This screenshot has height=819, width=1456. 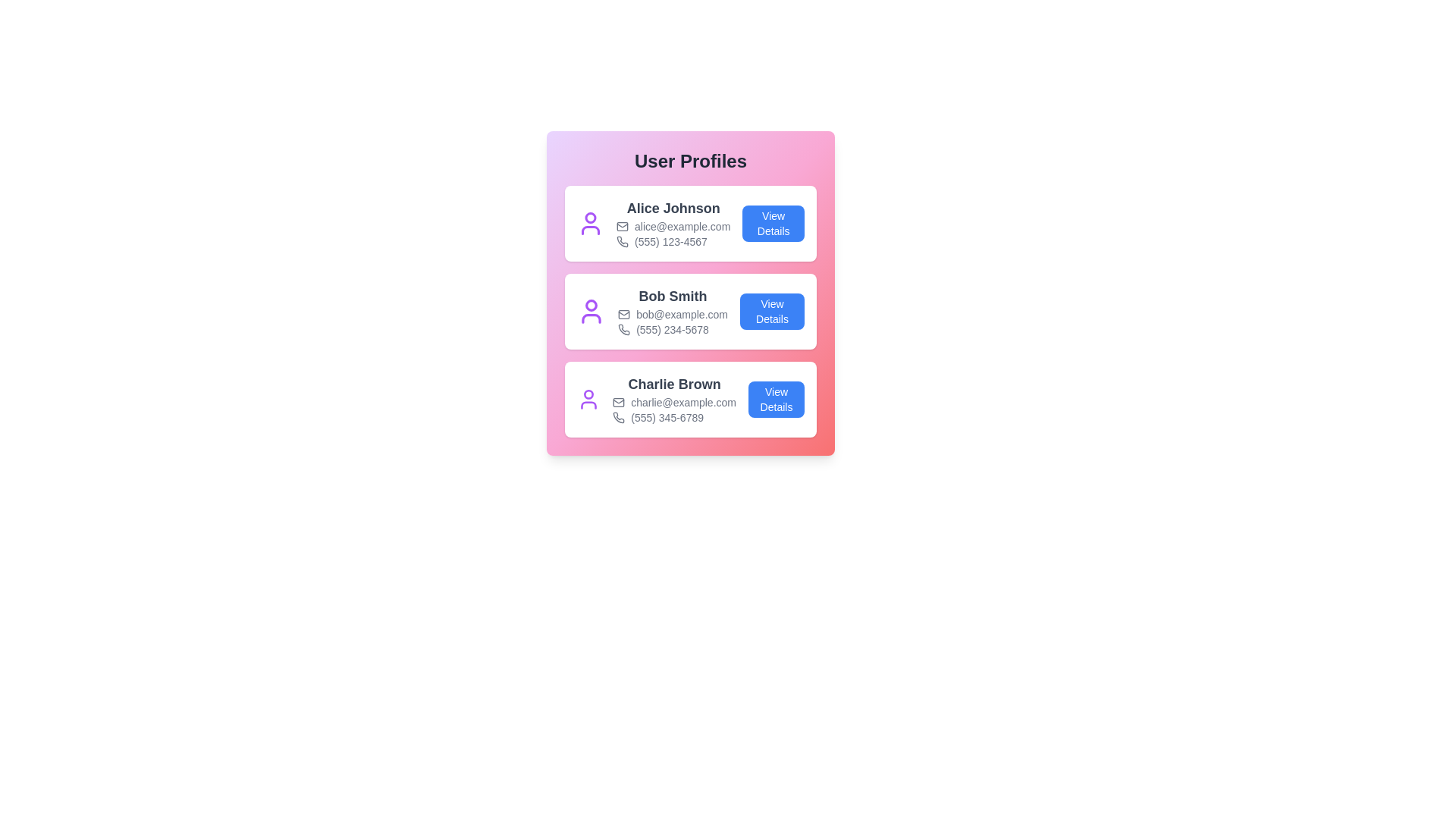 I want to click on 'View Details' button for the user profile of Charlie Brown, so click(x=776, y=399).